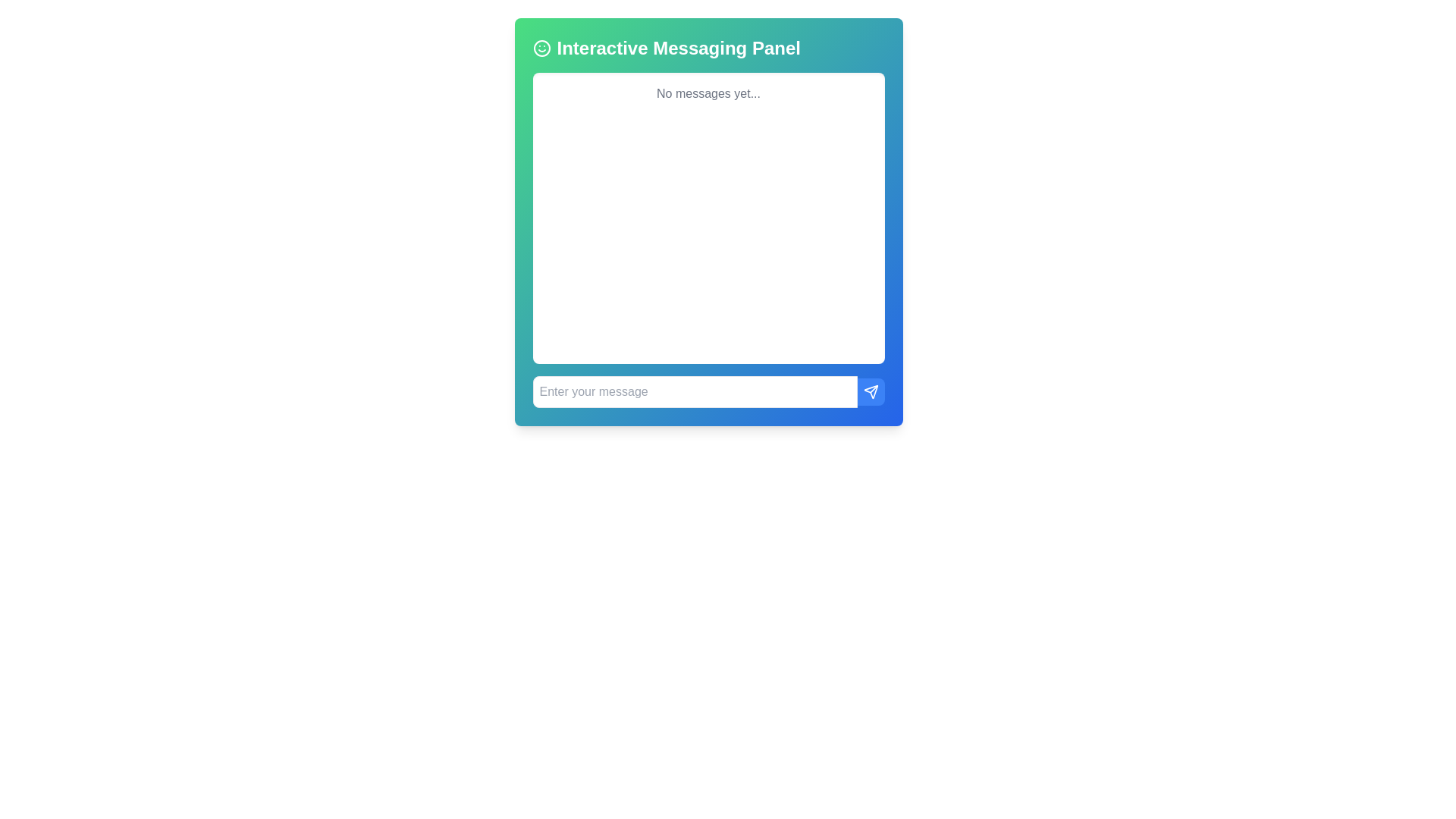 The height and width of the screenshot is (819, 1456). What do you see at coordinates (708, 93) in the screenshot?
I see `the Static Text Label that indicates there are no messages available in the messaging panel` at bounding box center [708, 93].